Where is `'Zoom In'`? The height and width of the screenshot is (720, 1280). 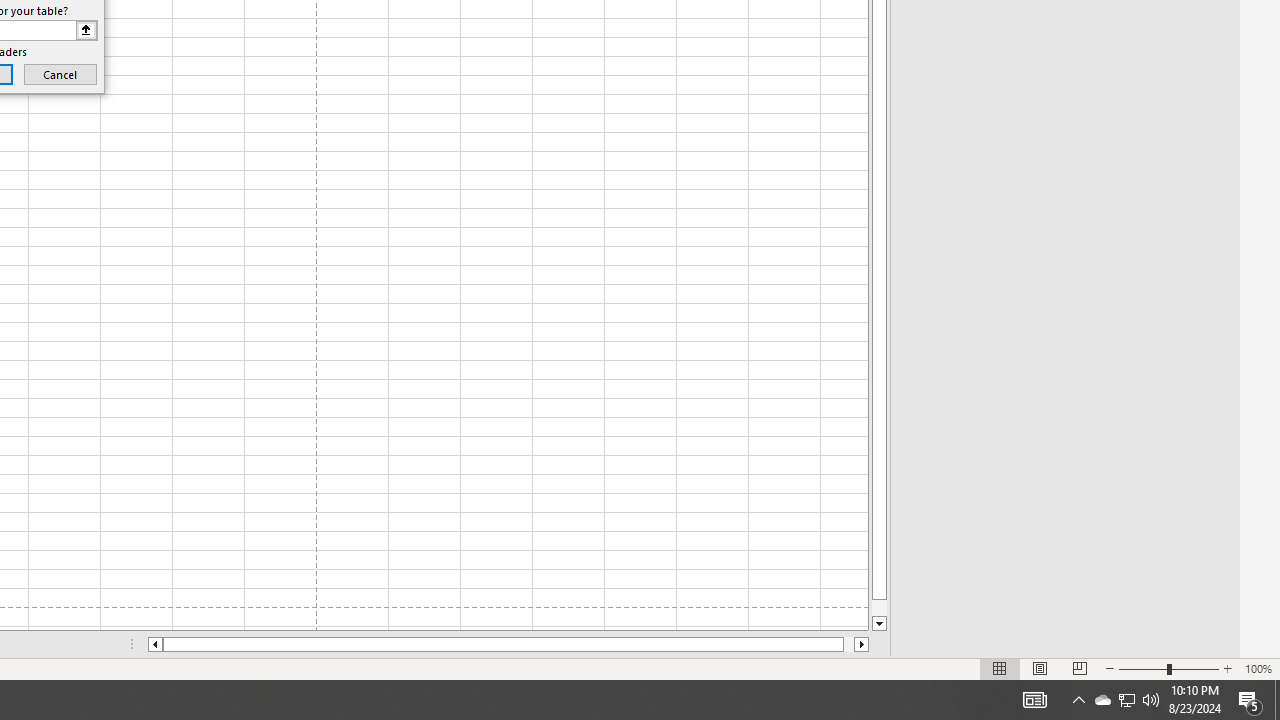 'Zoom In' is located at coordinates (1226, 669).